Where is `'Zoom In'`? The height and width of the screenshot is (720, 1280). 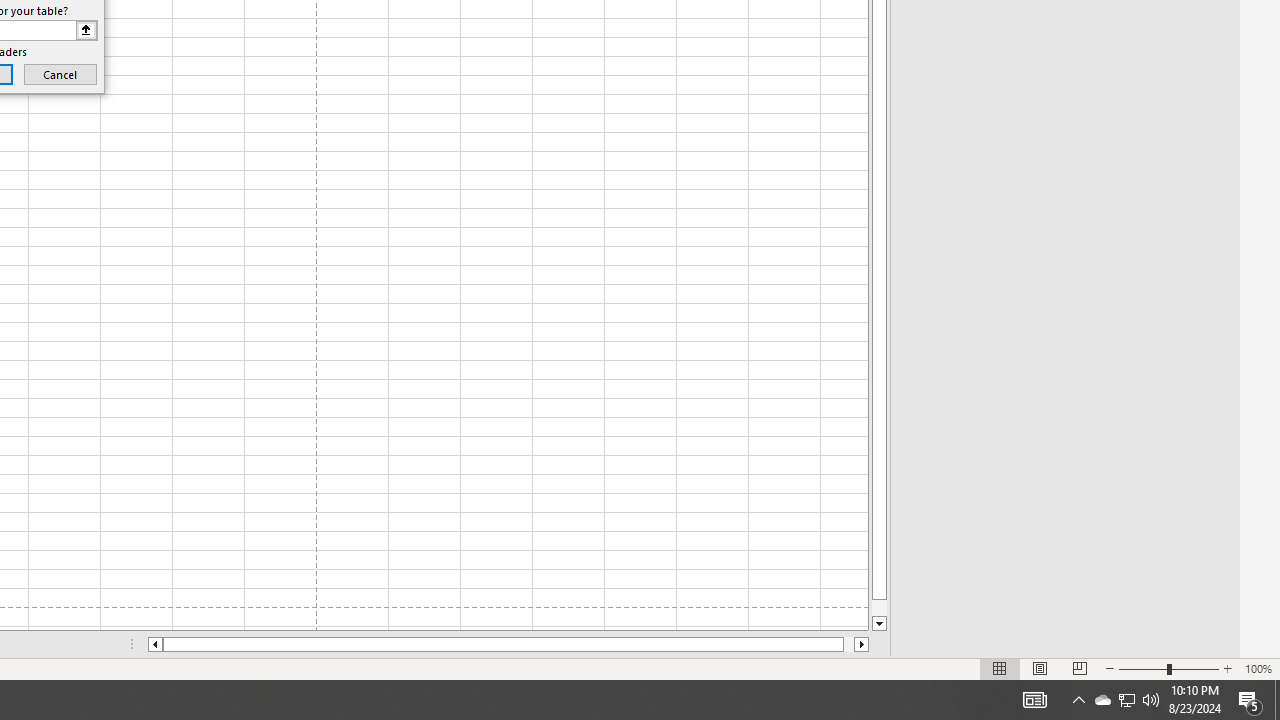 'Zoom In' is located at coordinates (1226, 669).